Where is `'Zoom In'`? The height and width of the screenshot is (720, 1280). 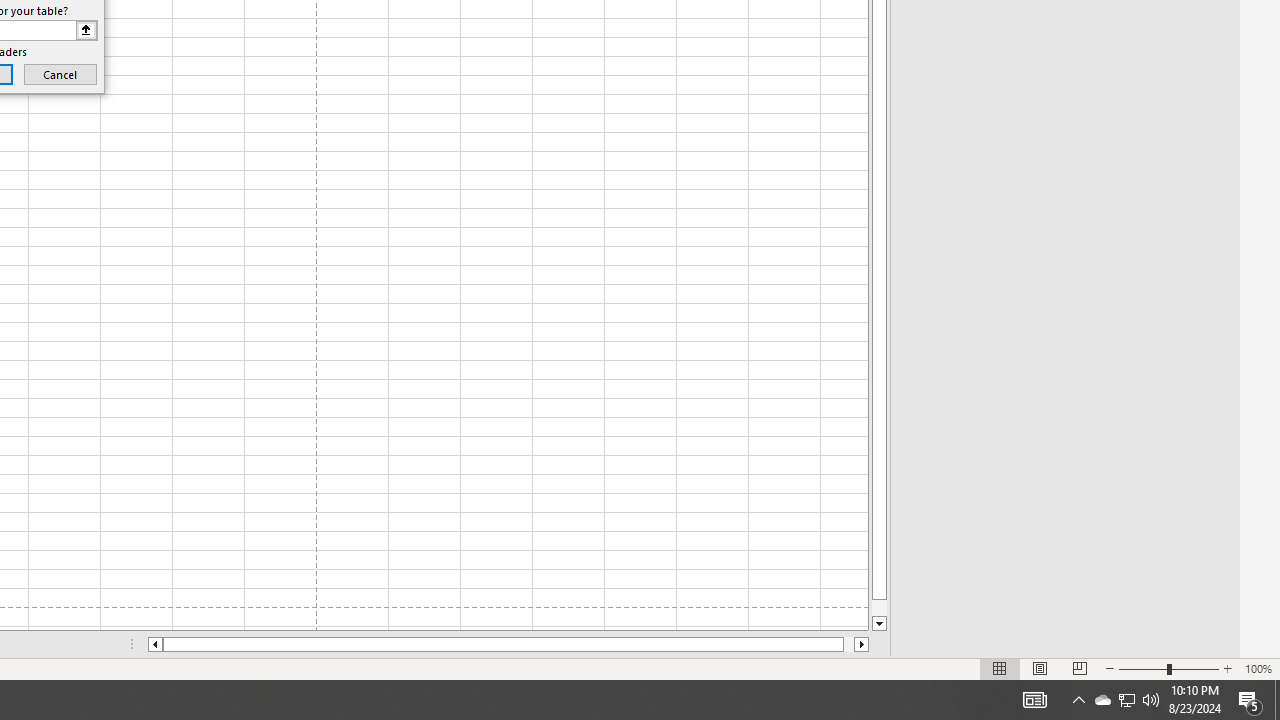 'Zoom In' is located at coordinates (1226, 669).